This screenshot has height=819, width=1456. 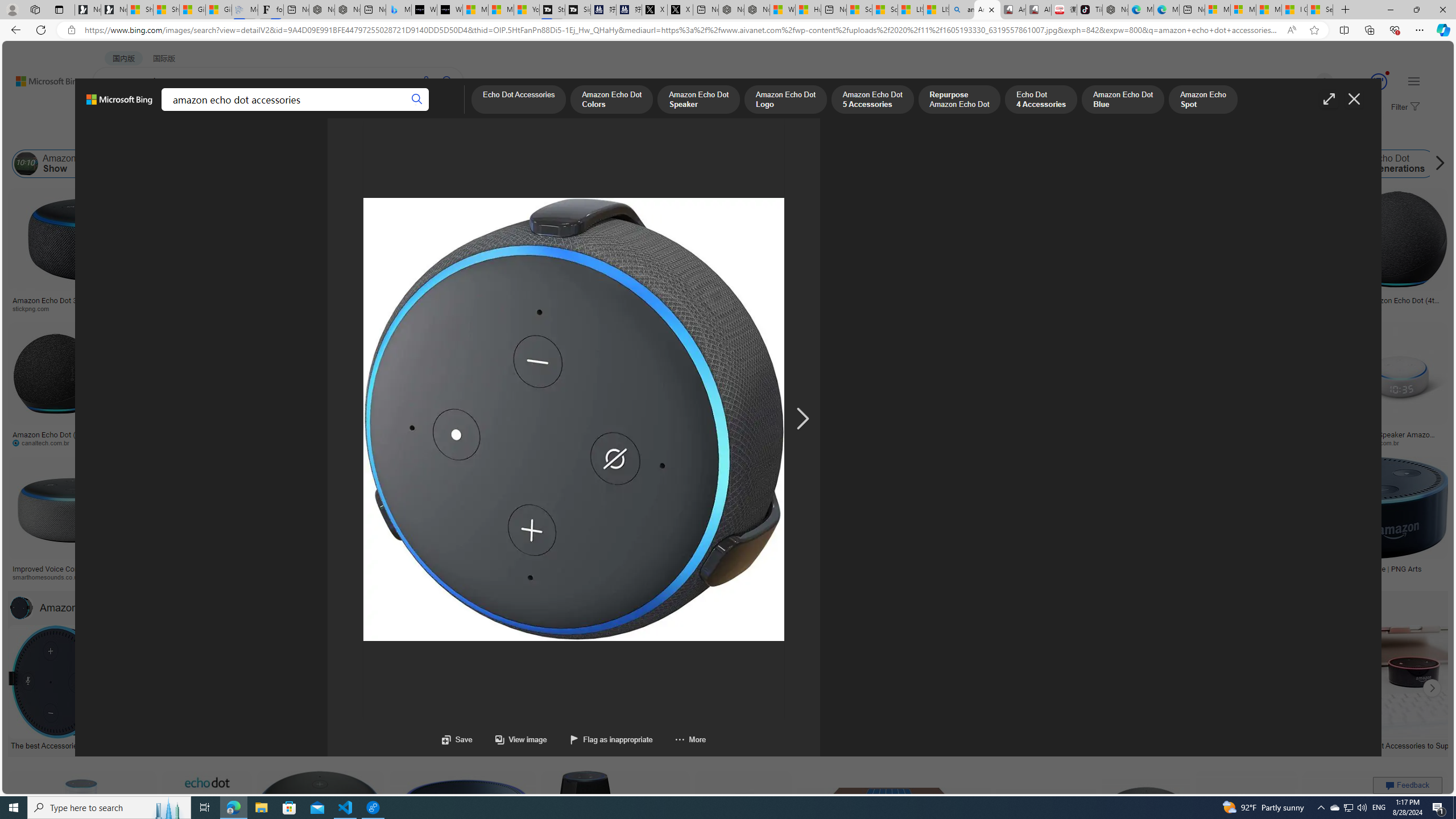 I want to click on 'smarthomesounds.co.uk', so click(x=51, y=577).